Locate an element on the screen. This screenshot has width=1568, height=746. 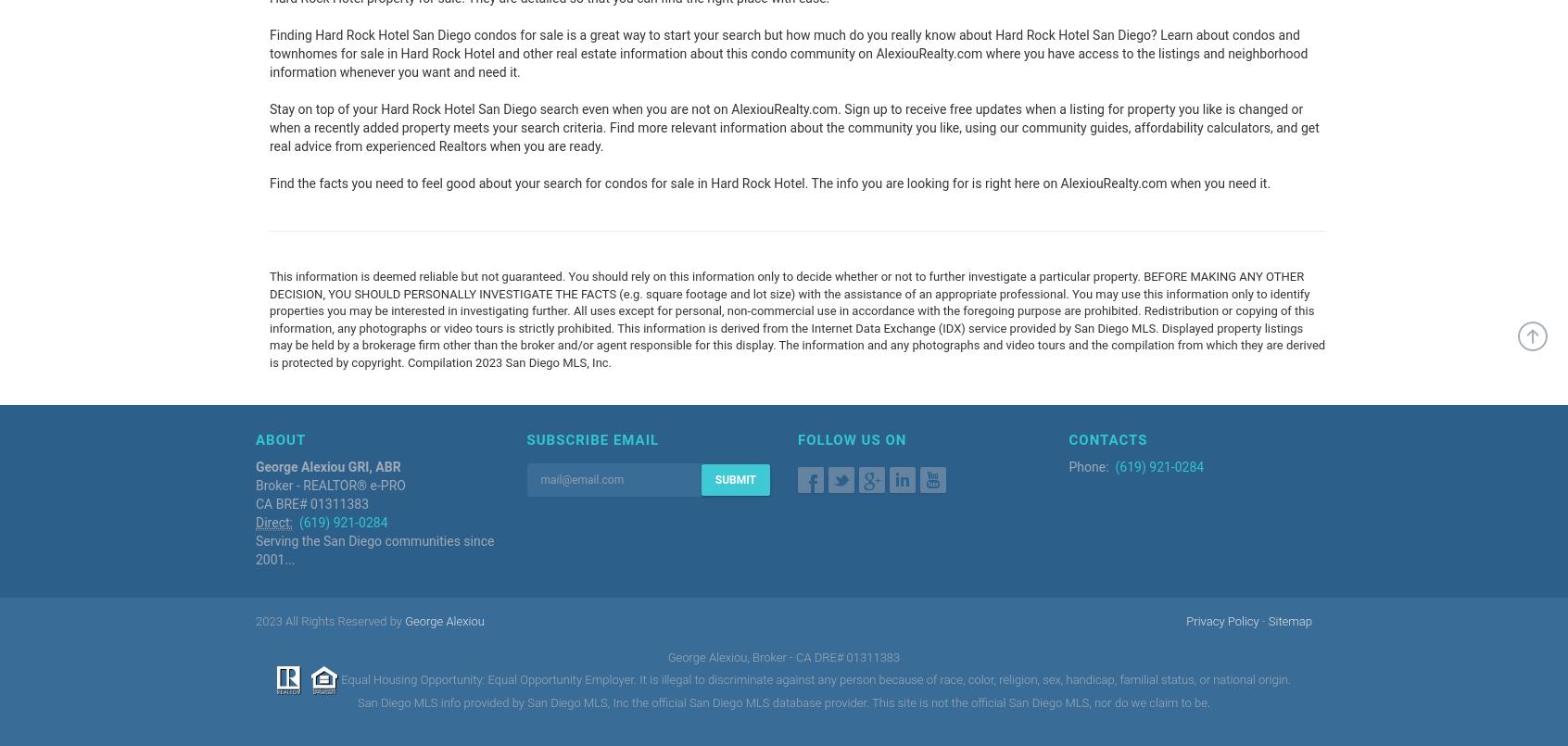
'Privacy Policy' is located at coordinates (1184, 619).